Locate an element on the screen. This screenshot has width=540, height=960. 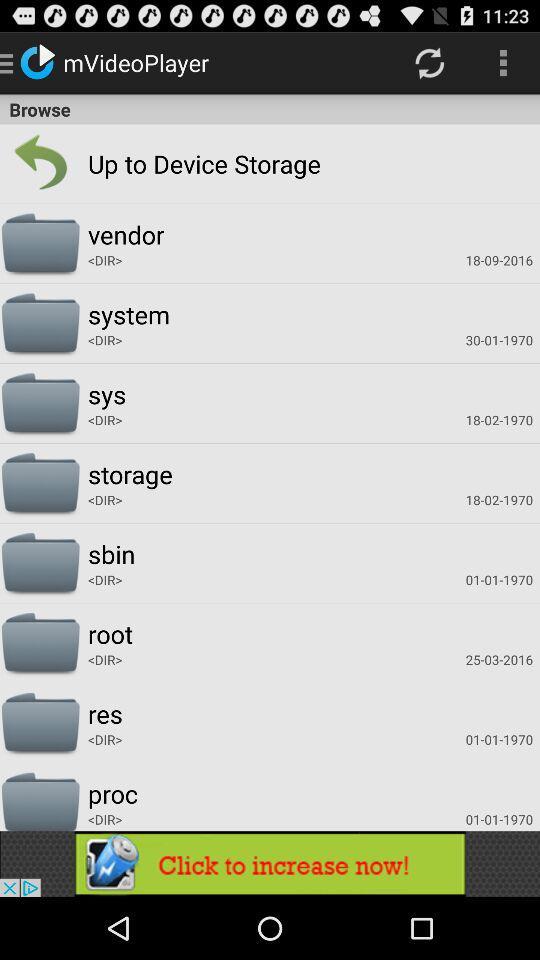
the up to storage app is located at coordinates (162, 162).